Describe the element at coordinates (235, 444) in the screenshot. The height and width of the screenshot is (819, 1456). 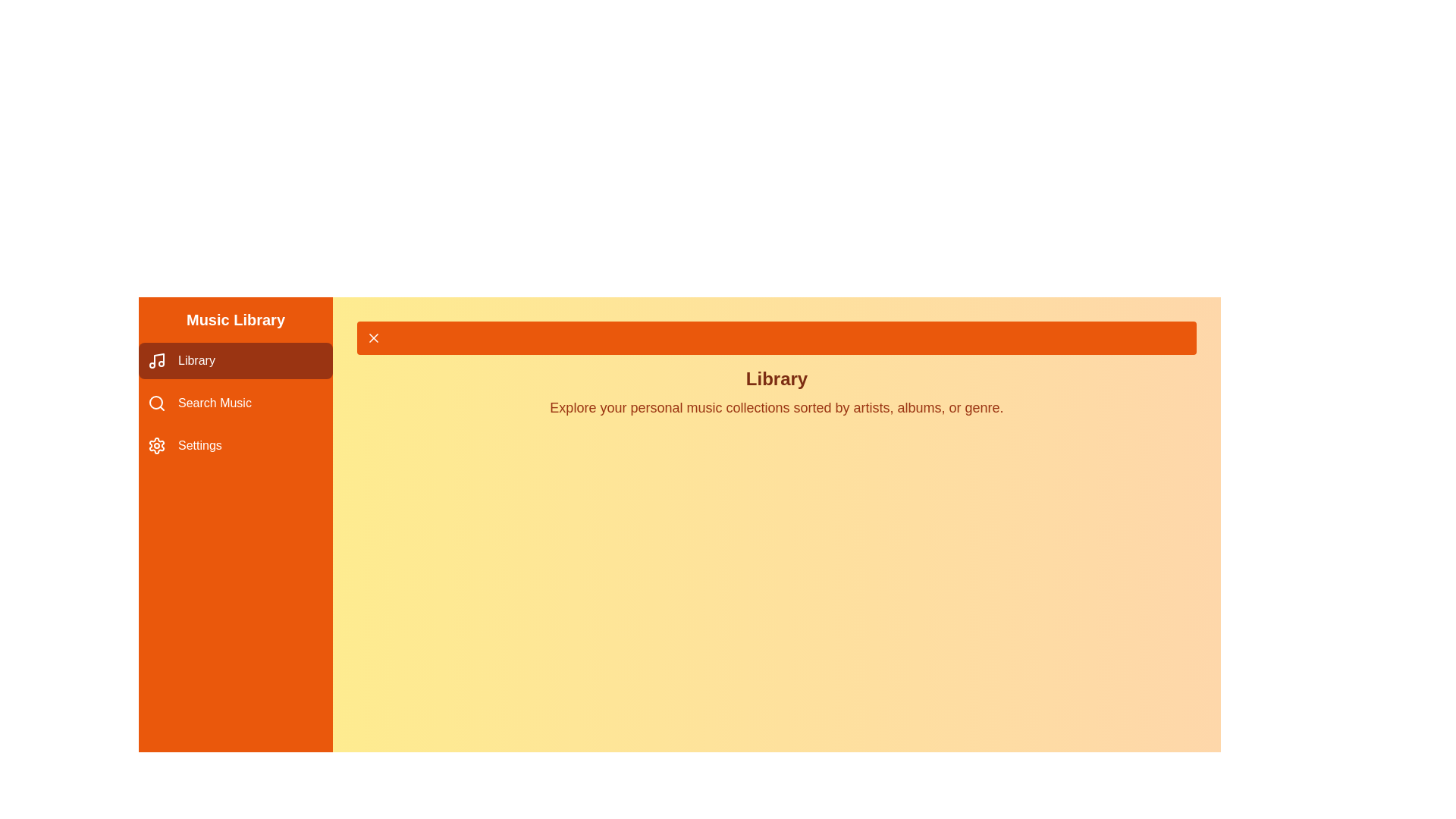
I see `the menu item Settings to view its hover state effect` at that location.